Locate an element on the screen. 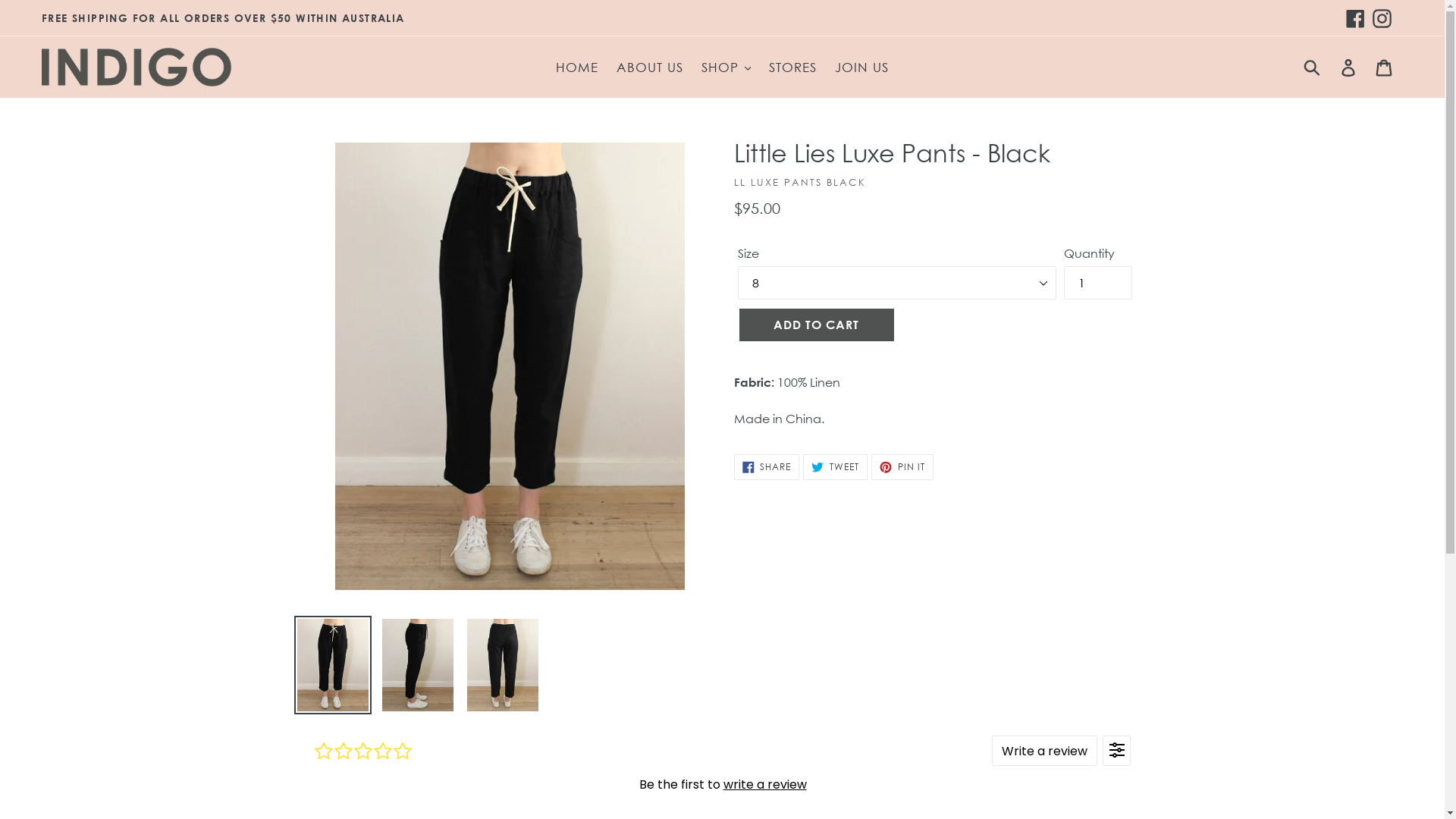  'Facebook' is located at coordinates (1355, 17).